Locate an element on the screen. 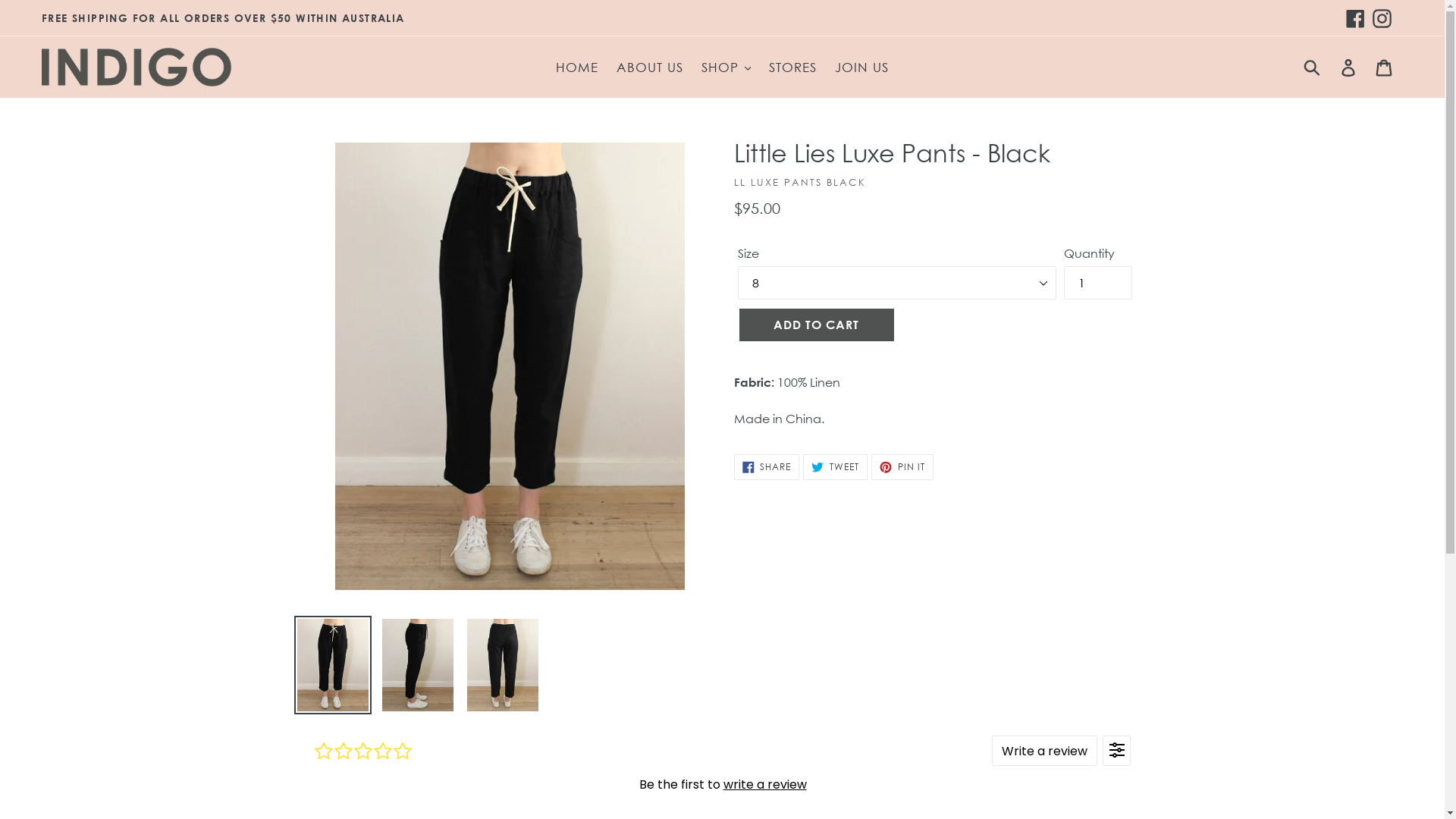  'Facebook' is located at coordinates (1355, 17).